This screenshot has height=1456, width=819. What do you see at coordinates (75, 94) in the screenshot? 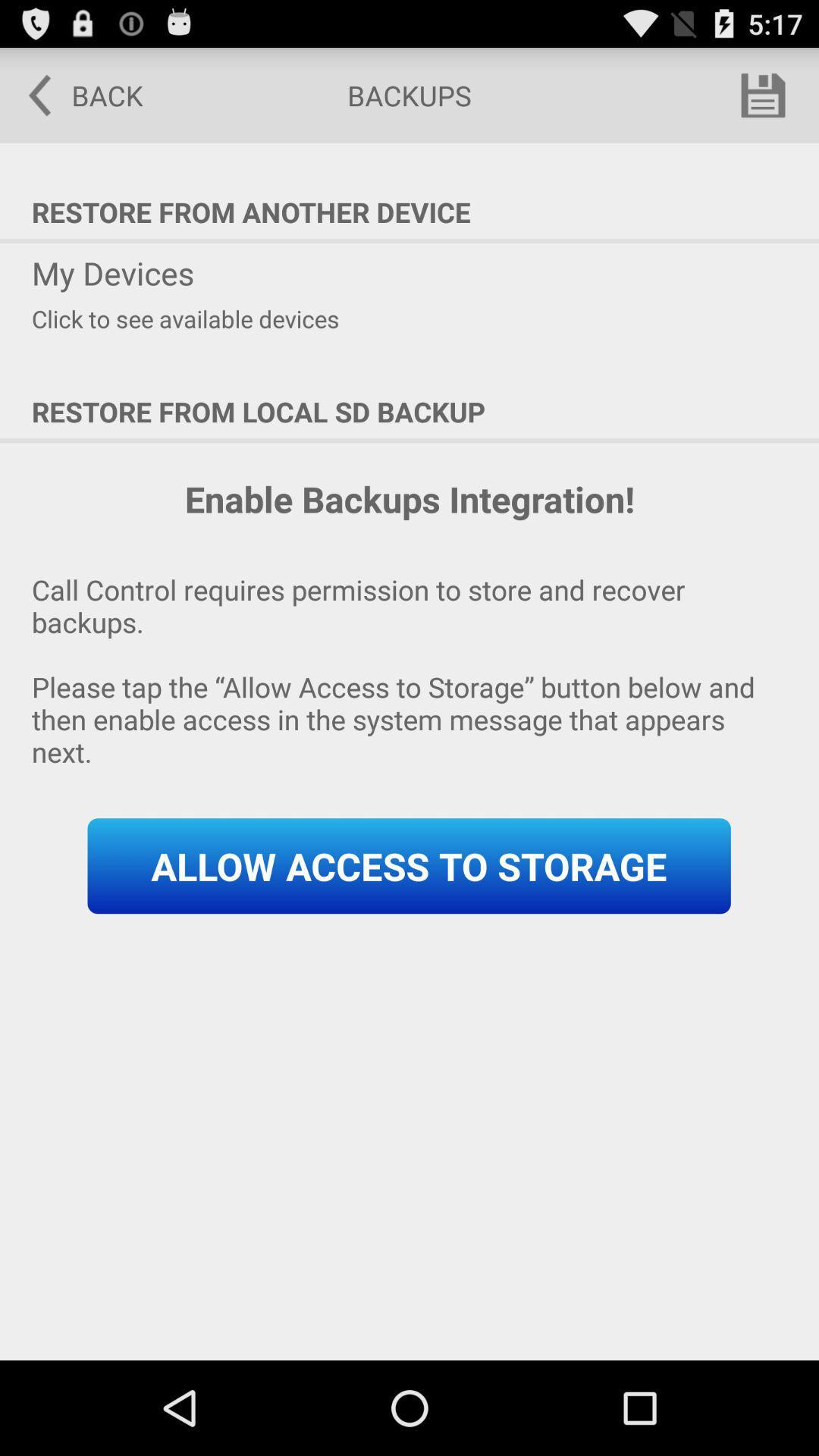
I see `the icon to the left of backups icon` at bounding box center [75, 94].